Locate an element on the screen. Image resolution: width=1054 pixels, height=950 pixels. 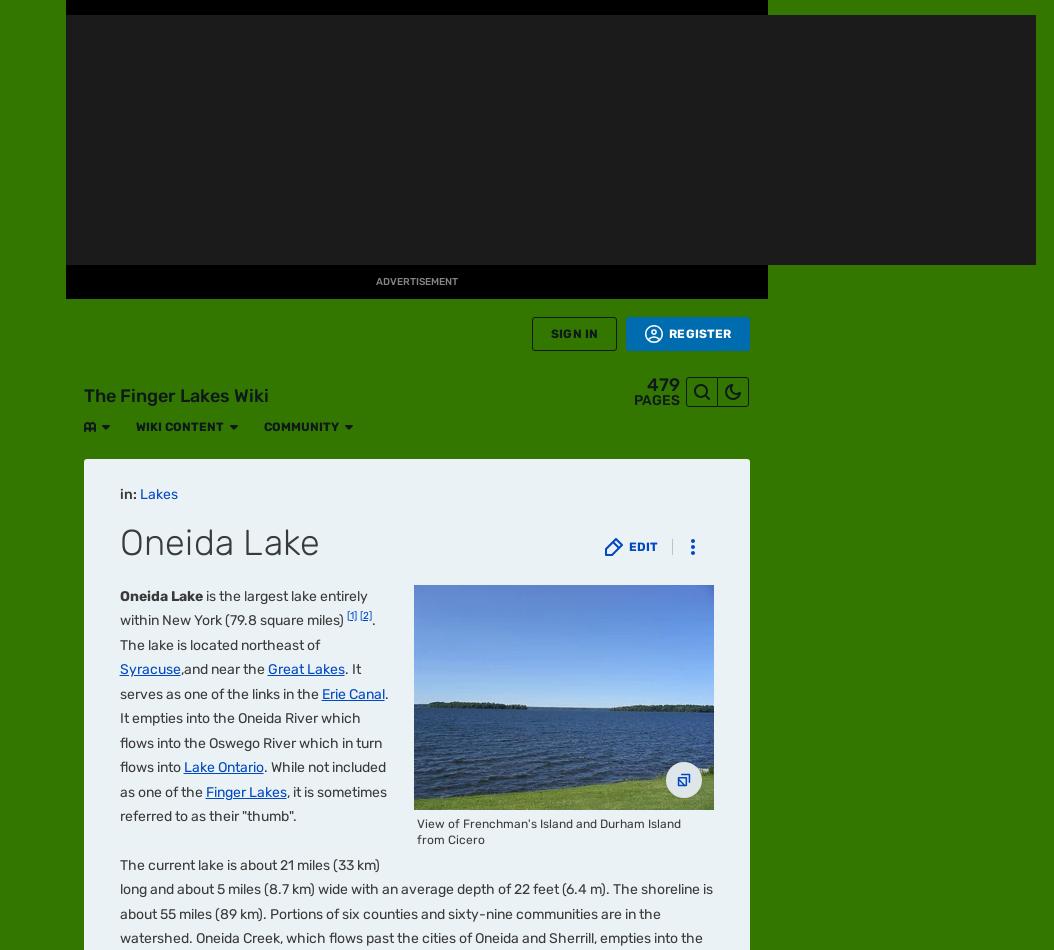
'TV' is located at coordinates (32, 501).